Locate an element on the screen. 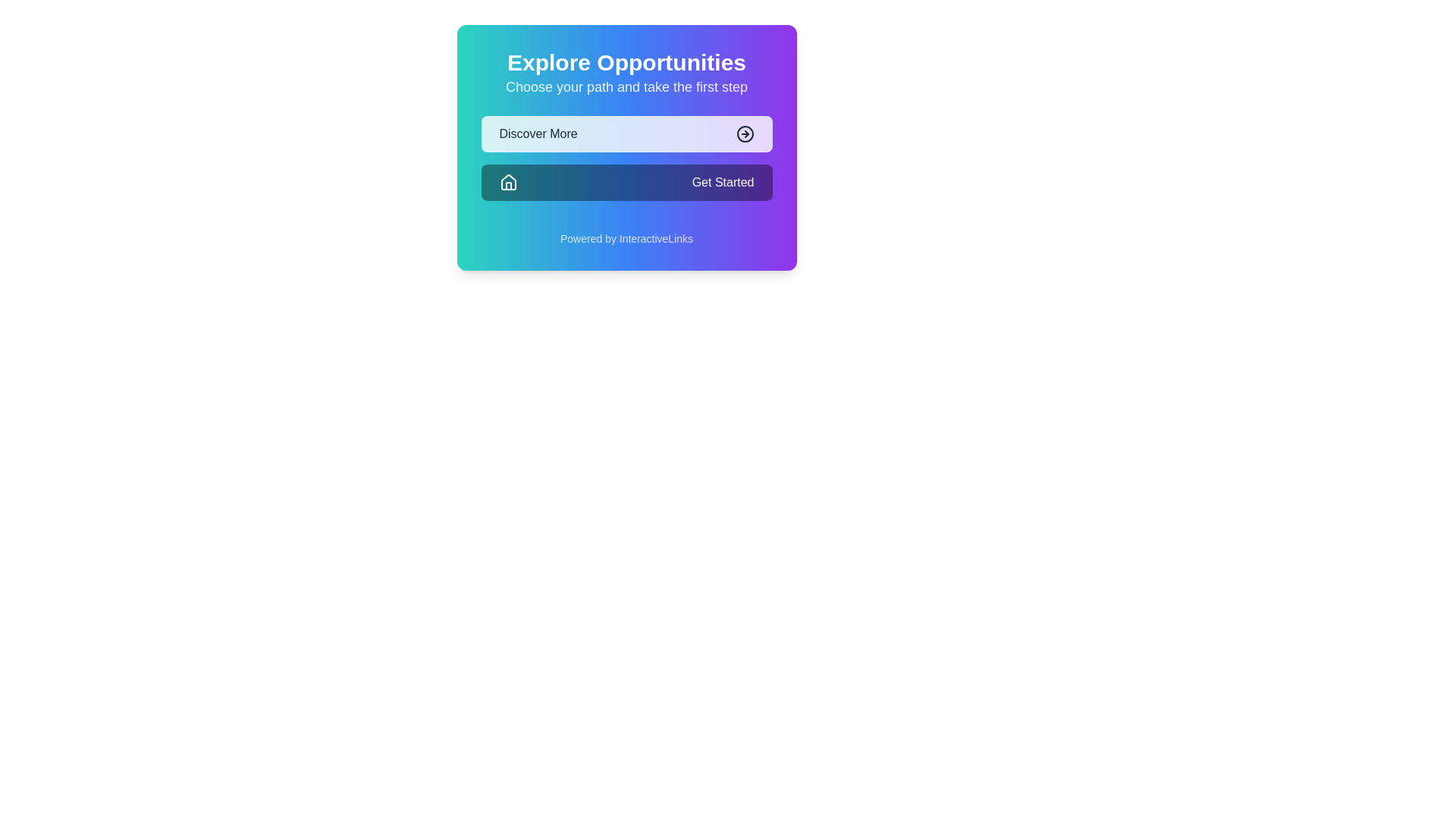  the navigation icon located at the right end of the 'Discover More' button is located at coordinates (745, 133).